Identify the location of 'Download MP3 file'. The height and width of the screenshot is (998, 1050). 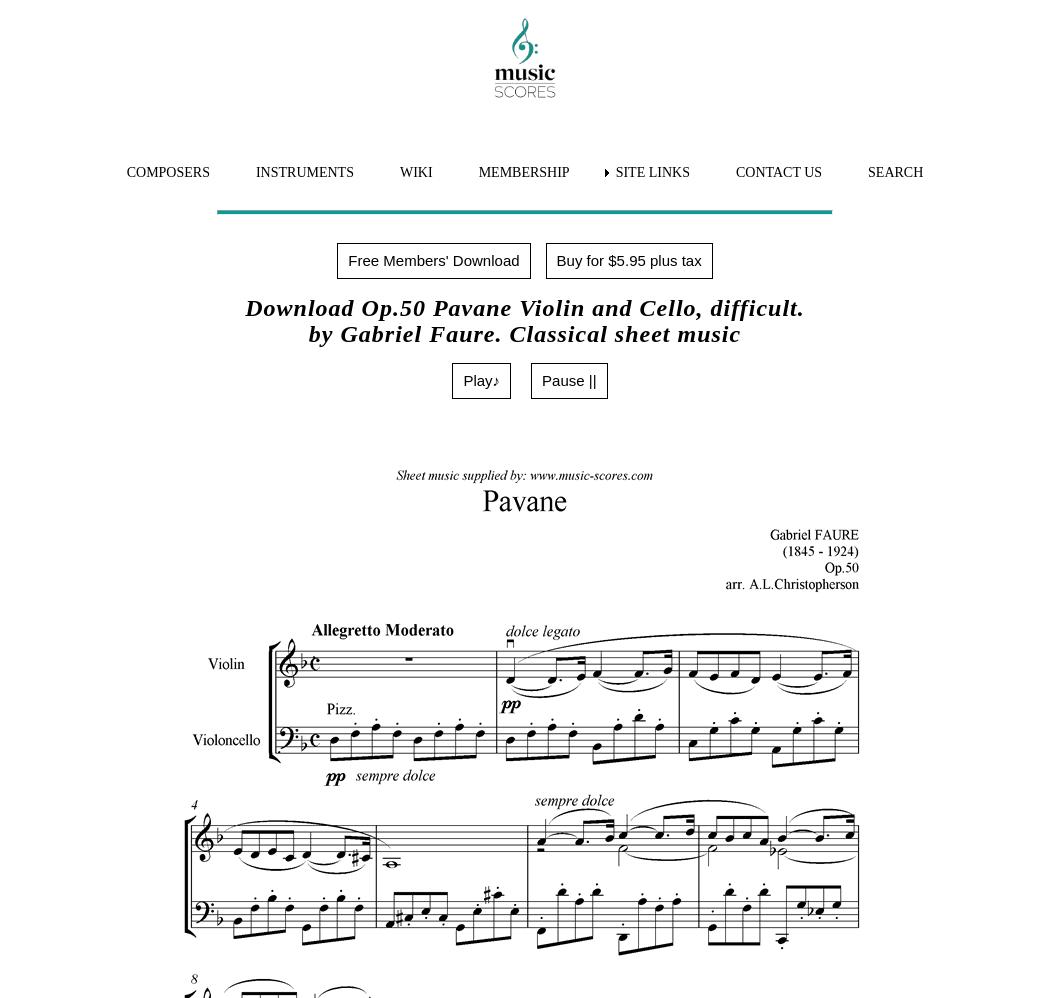
(106, 293).